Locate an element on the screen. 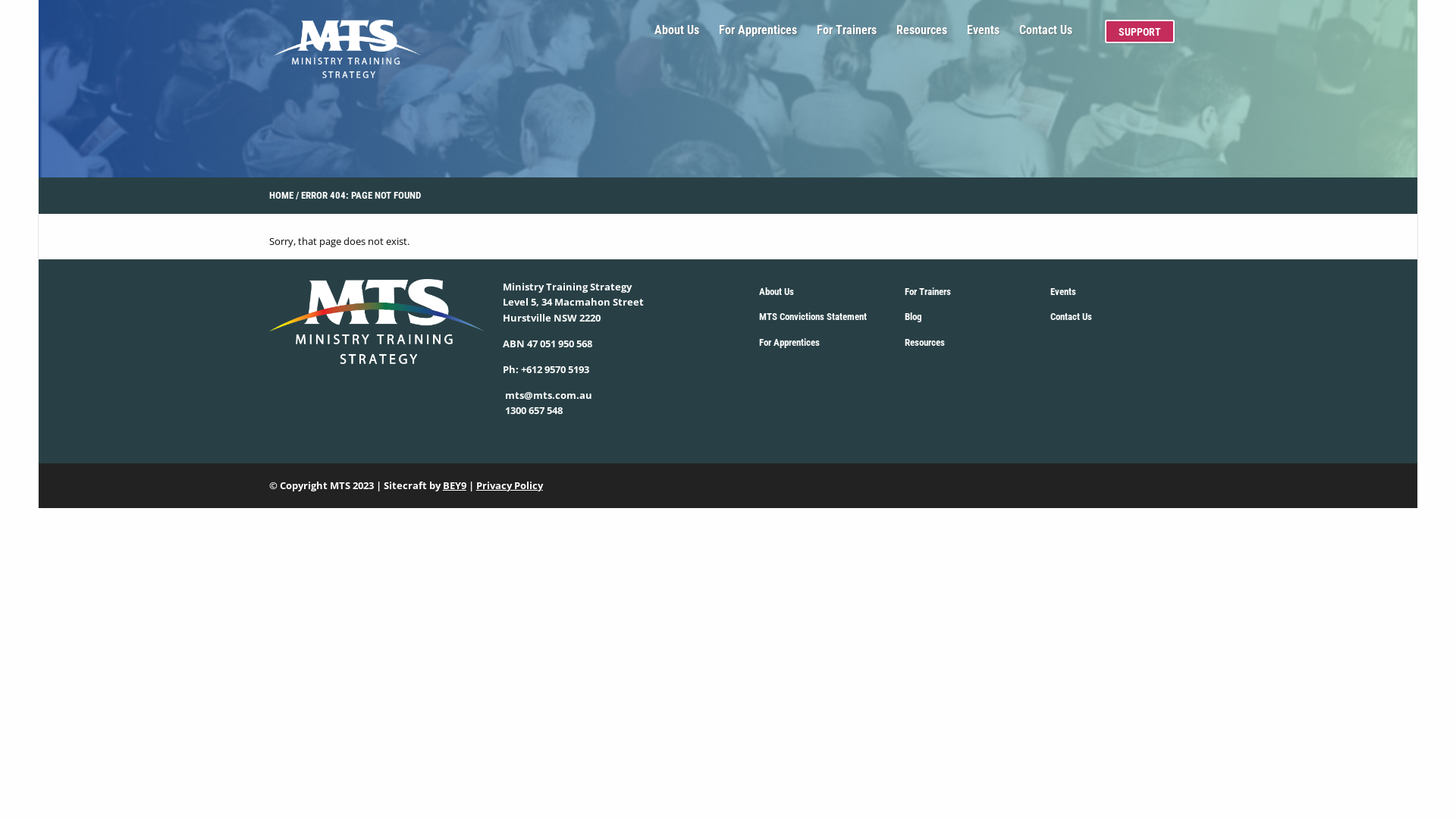 This screenshot has width=1456, height=819. 'For Apprentices' is located at coordinates (789, 343).